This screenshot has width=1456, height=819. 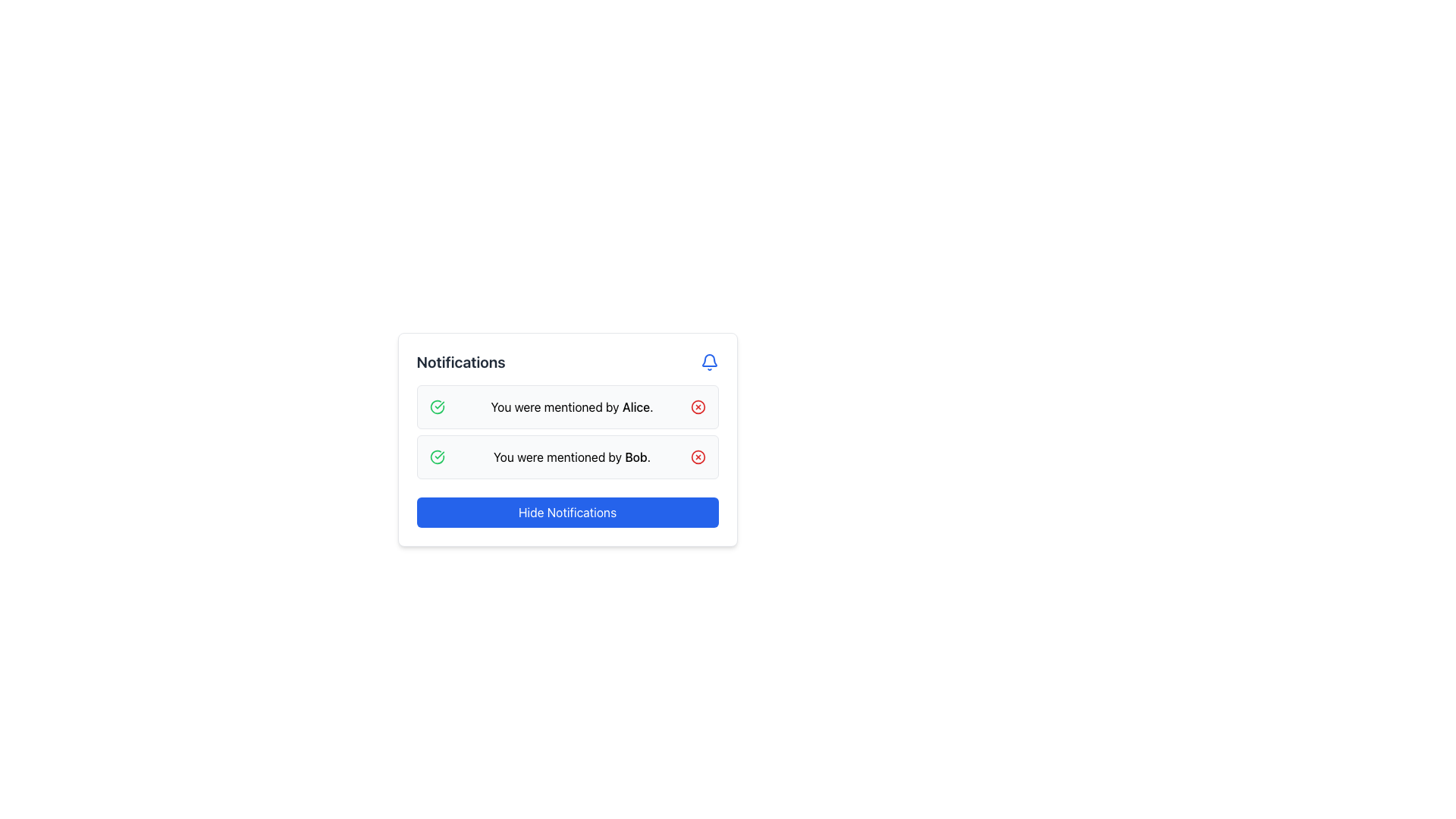 What do you see at coordinates (636, 456) in the screenshot?
I see `the text element that identifies the person who mentioned the user in the second notification block under the 'Notifications' heading` at bounding box center [636, 456].